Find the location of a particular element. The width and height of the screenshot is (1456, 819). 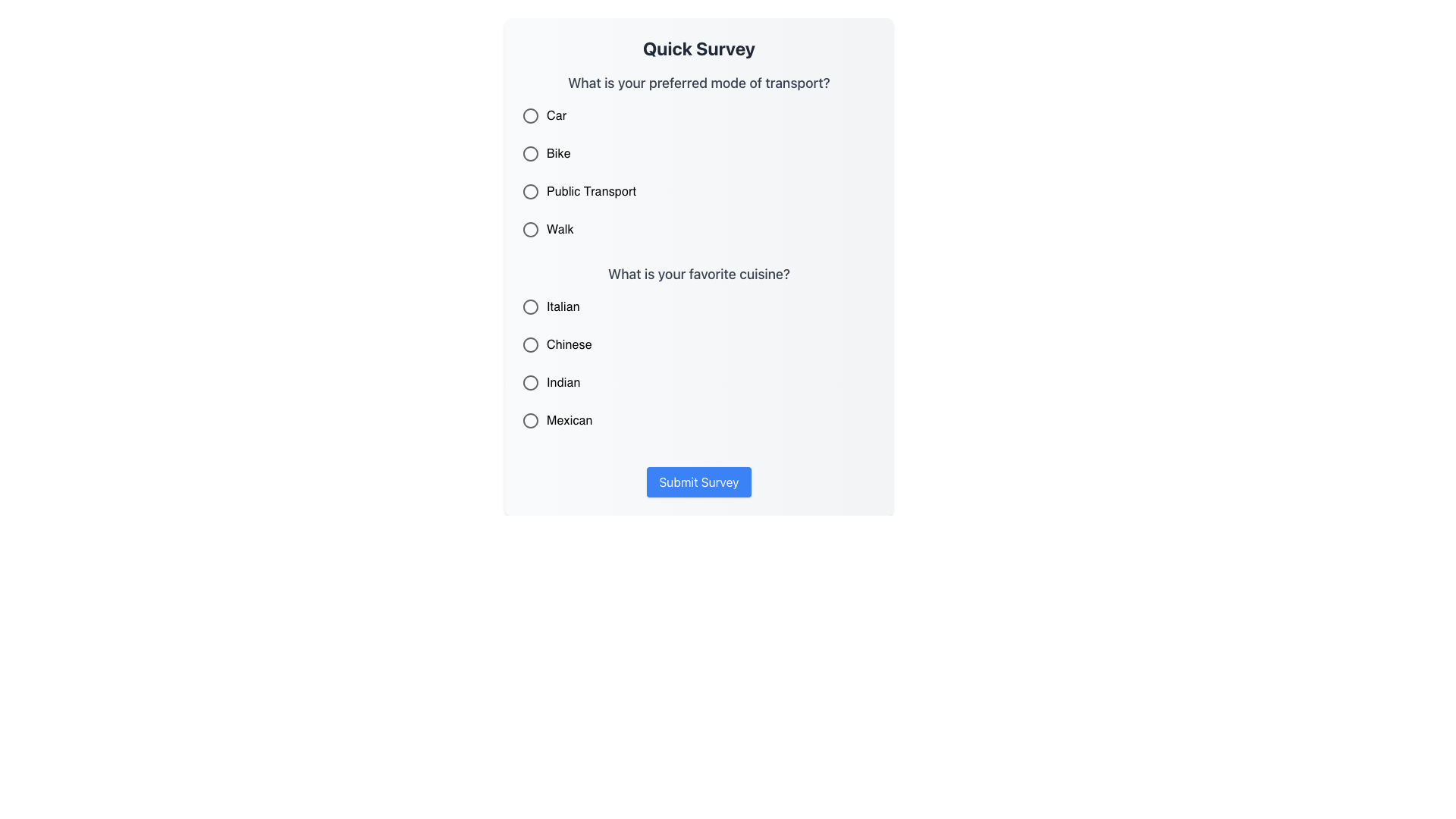

the radio button in the Radio Button Group below the question 'What is your favorite cuisine?' is located at coordinates (698, 360).